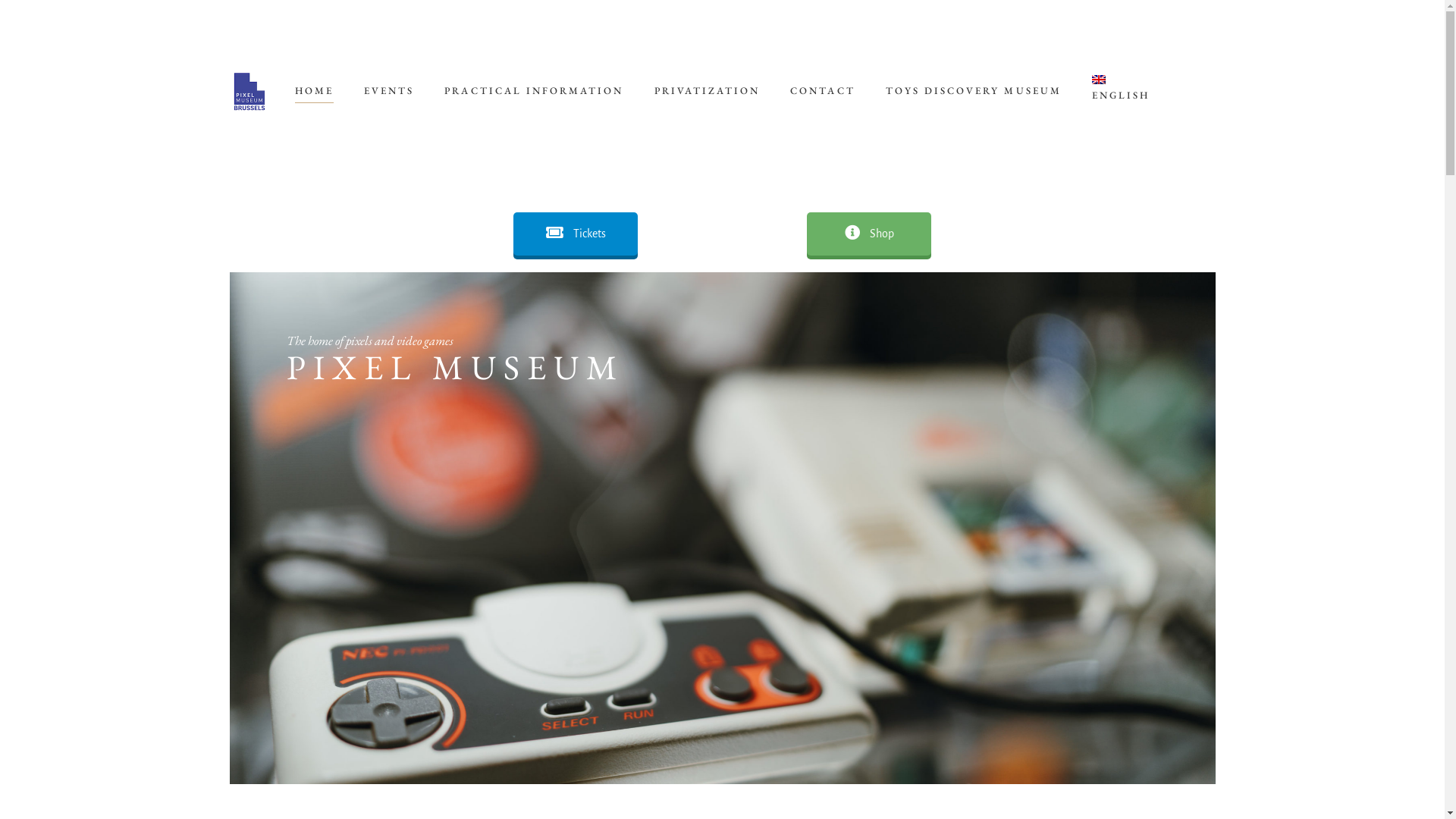  I want to click on 'PRIVATIZATION', so click(639, 90).